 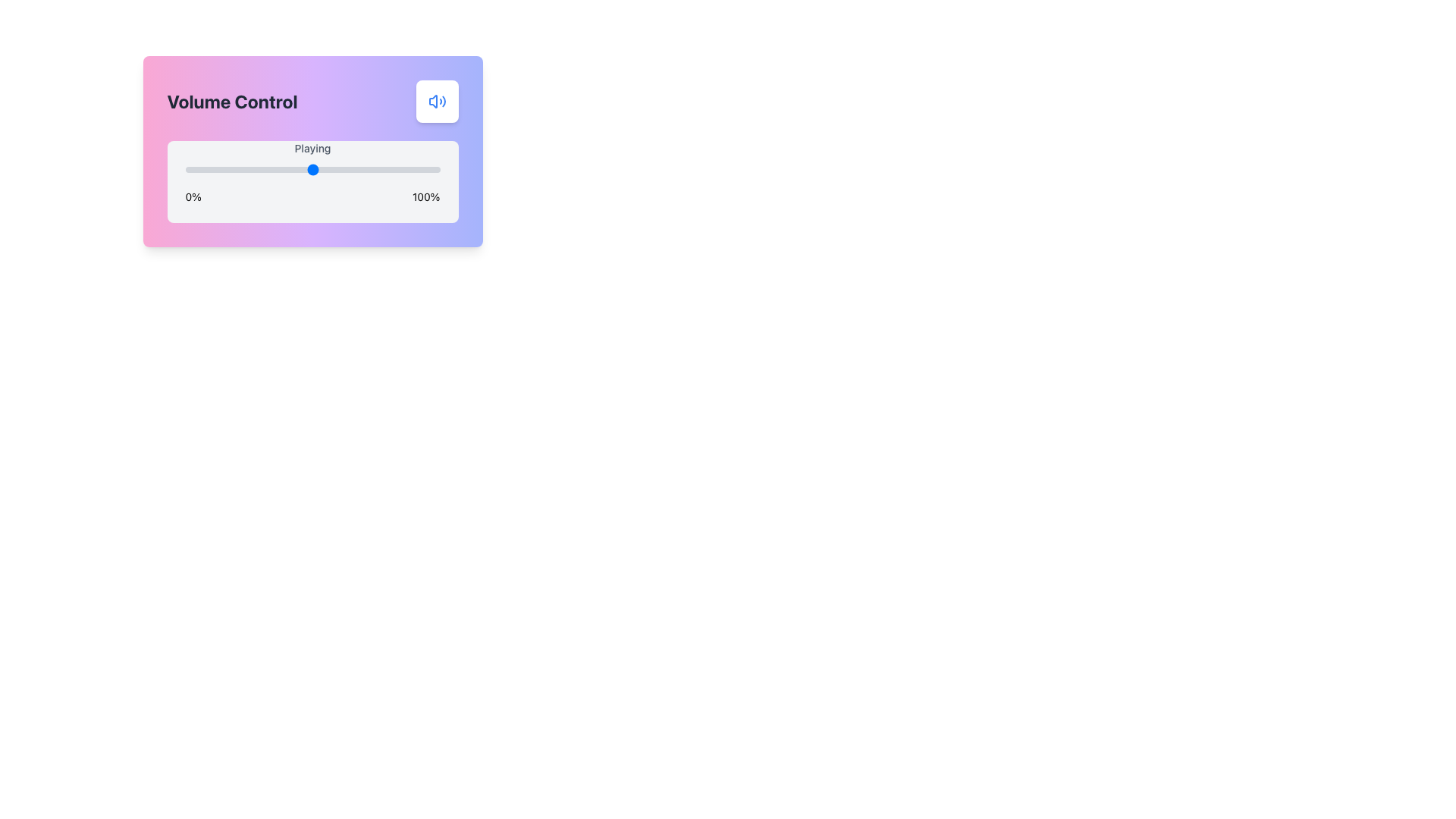 What do you see at coordinates (378, 169) in the screenshot?
I see `the slider` at bounding box center [378, 169].